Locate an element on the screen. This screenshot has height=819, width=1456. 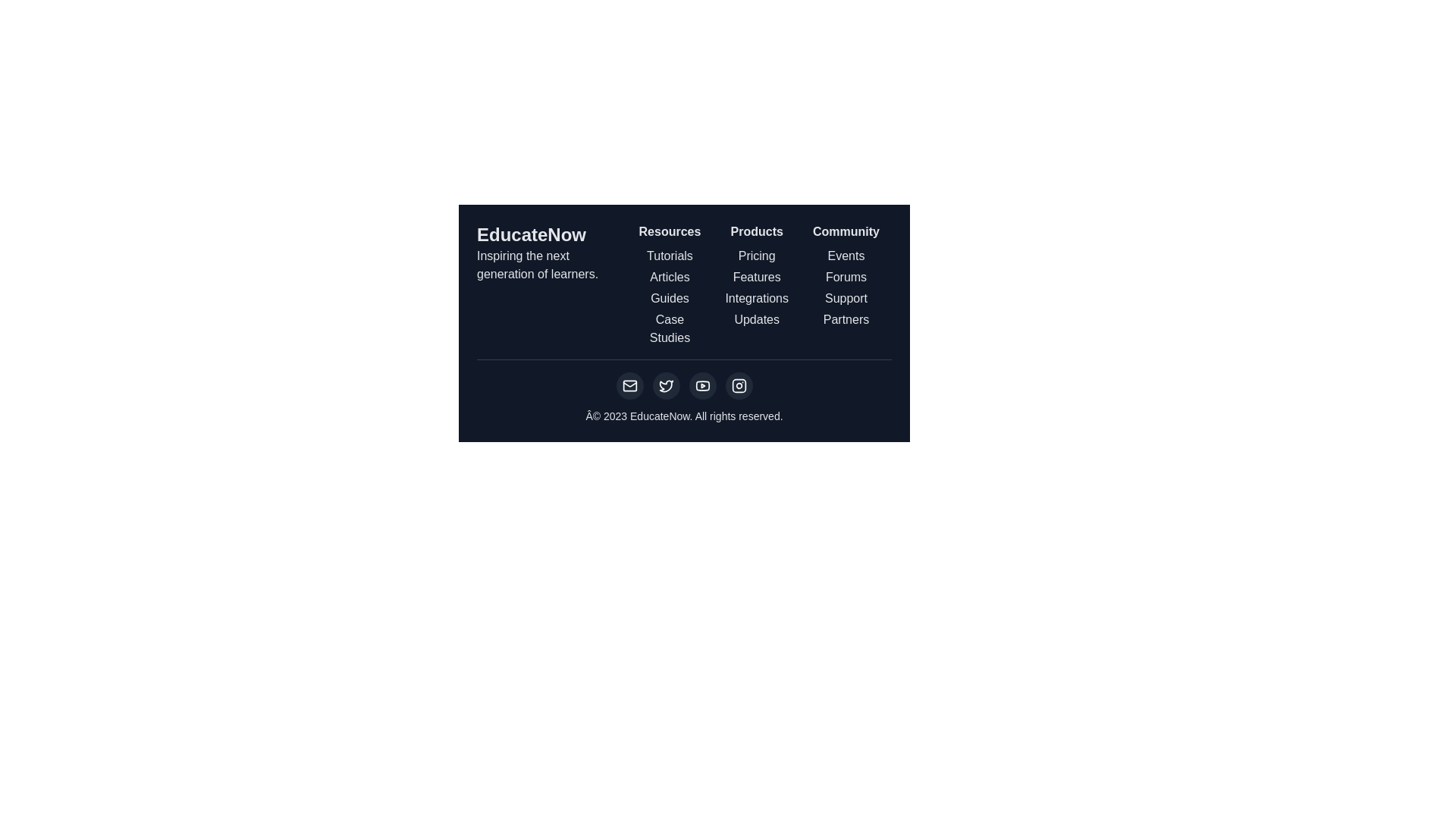
the topmost text link under the 'Products' heading is located at coordinates (757, 256).